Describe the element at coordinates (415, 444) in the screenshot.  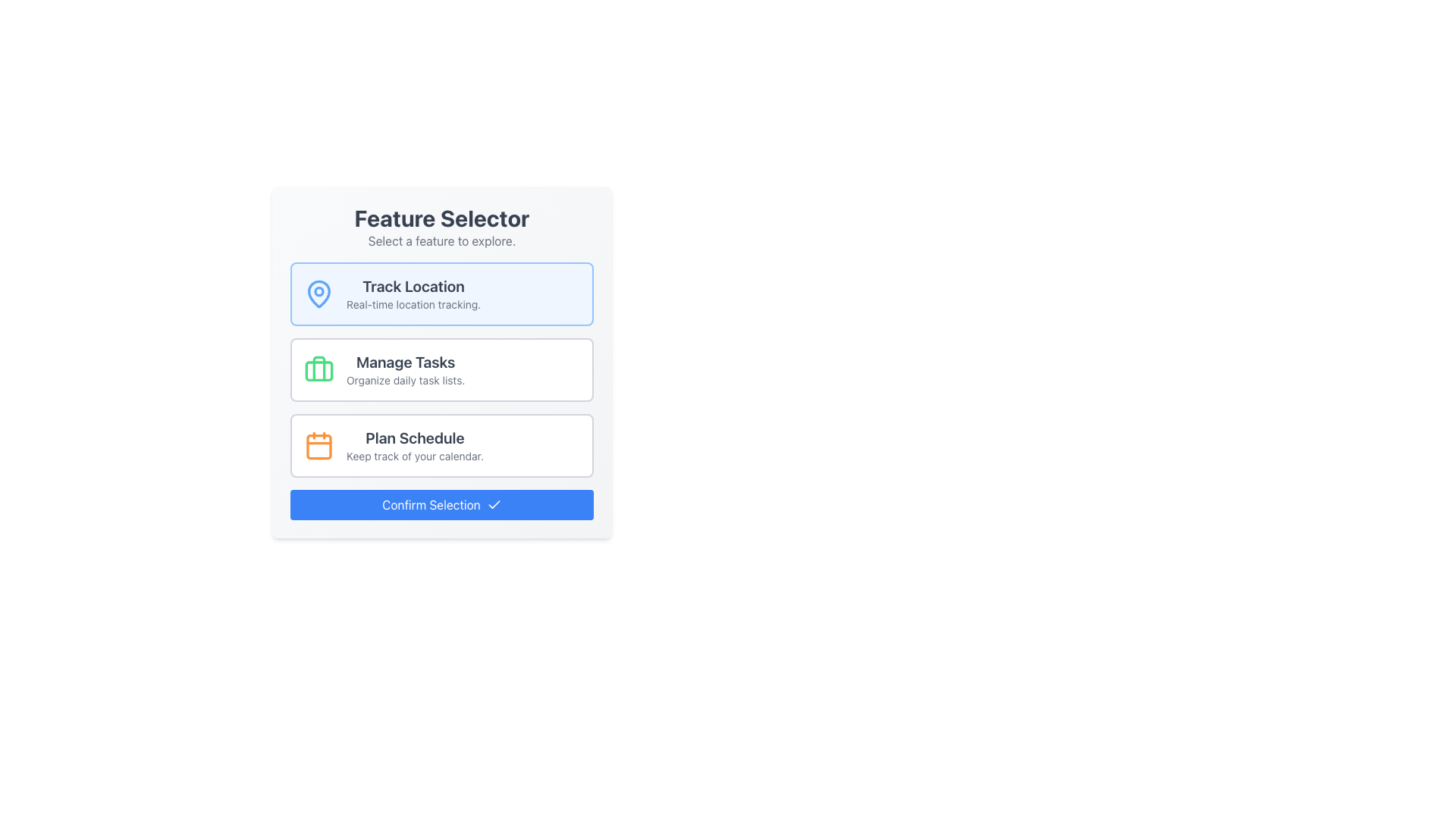
I see `the 'Plan Schedule' text and icon combination, which is the third option in the 'Feature Selector' panel, aligned with an orange calendar icon` at that location.